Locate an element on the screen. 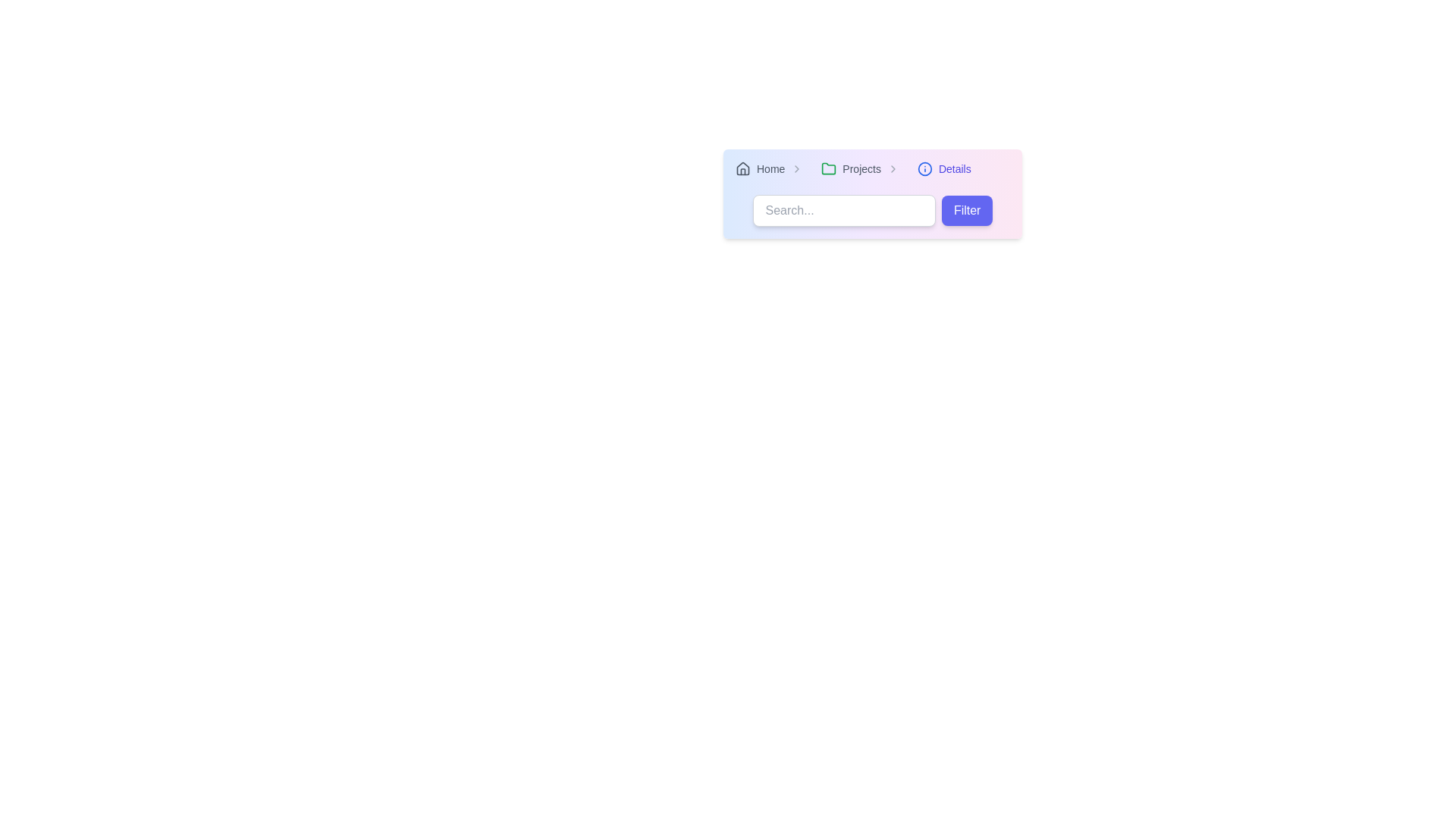  the first breadcrumb navigation link is located at coordinates (772, 169).